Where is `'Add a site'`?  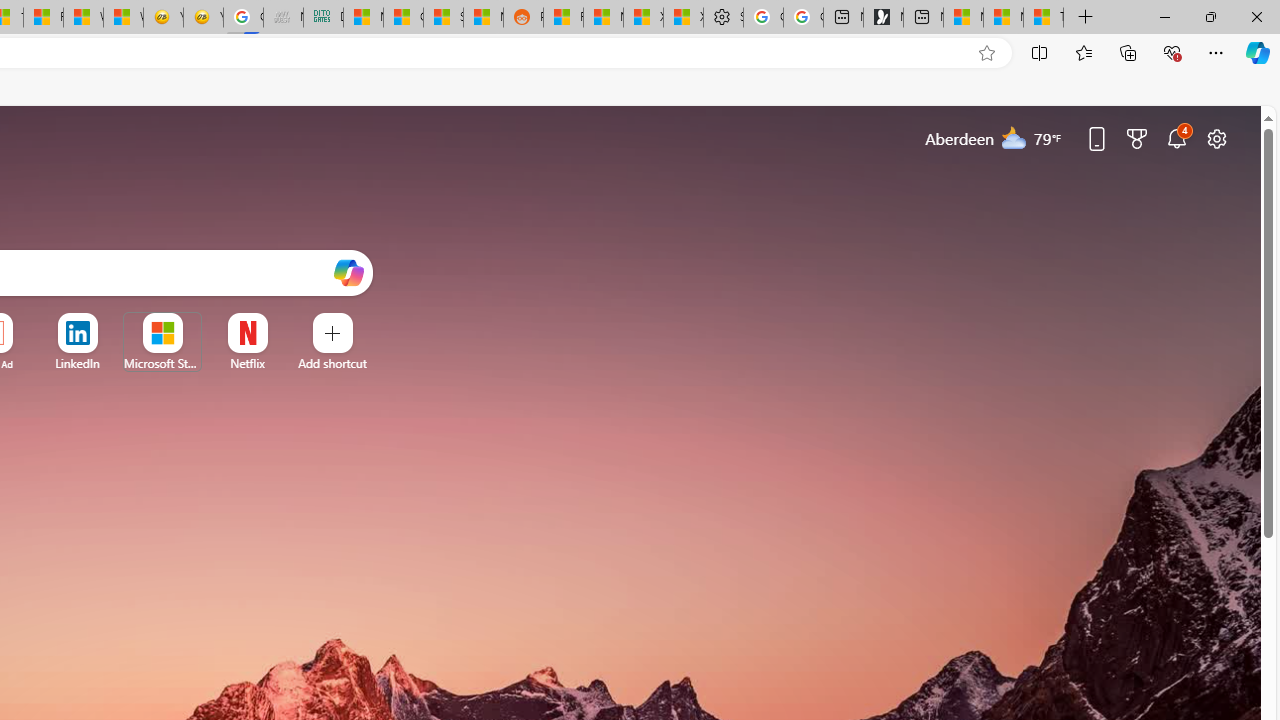 'Add a site' is located at coordinates (332, 363).